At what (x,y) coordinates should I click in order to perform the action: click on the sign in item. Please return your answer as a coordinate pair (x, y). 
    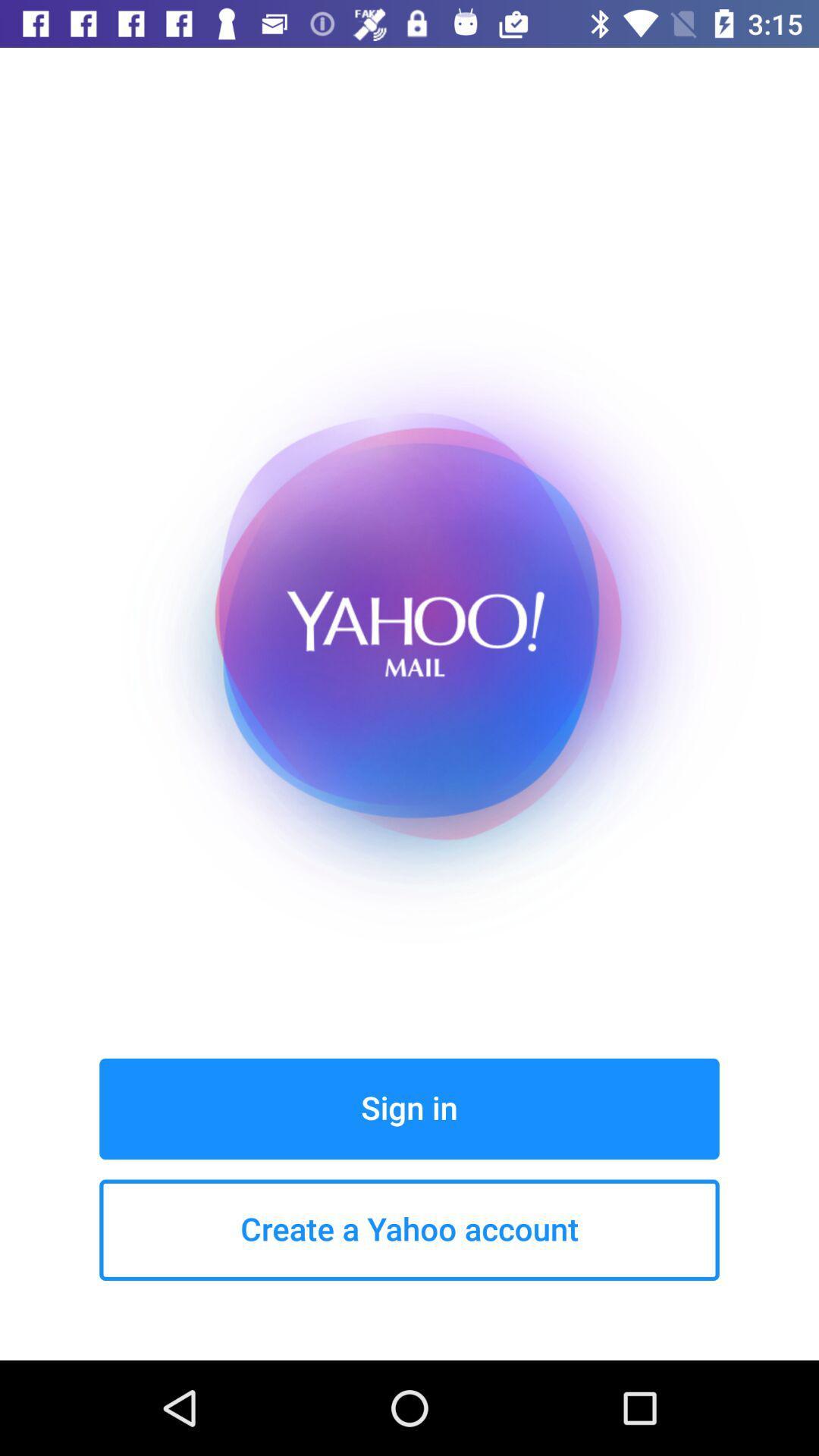
    Looking at the image, I should click on (409, 1109).